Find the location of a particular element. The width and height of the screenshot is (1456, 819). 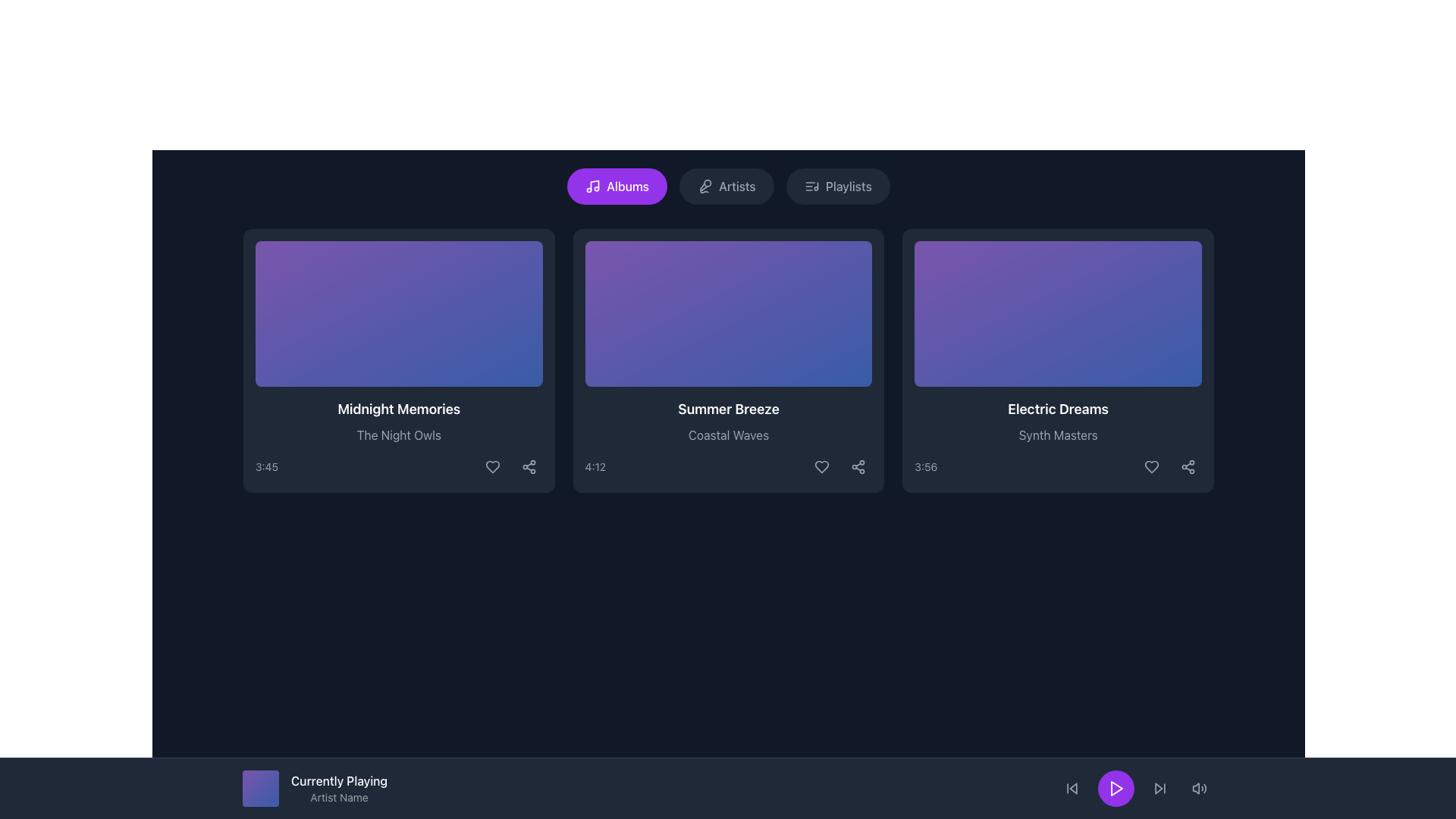

the musical note icon located within the purple 'Albums' button at the header menu is located at coordinates (592, 186).